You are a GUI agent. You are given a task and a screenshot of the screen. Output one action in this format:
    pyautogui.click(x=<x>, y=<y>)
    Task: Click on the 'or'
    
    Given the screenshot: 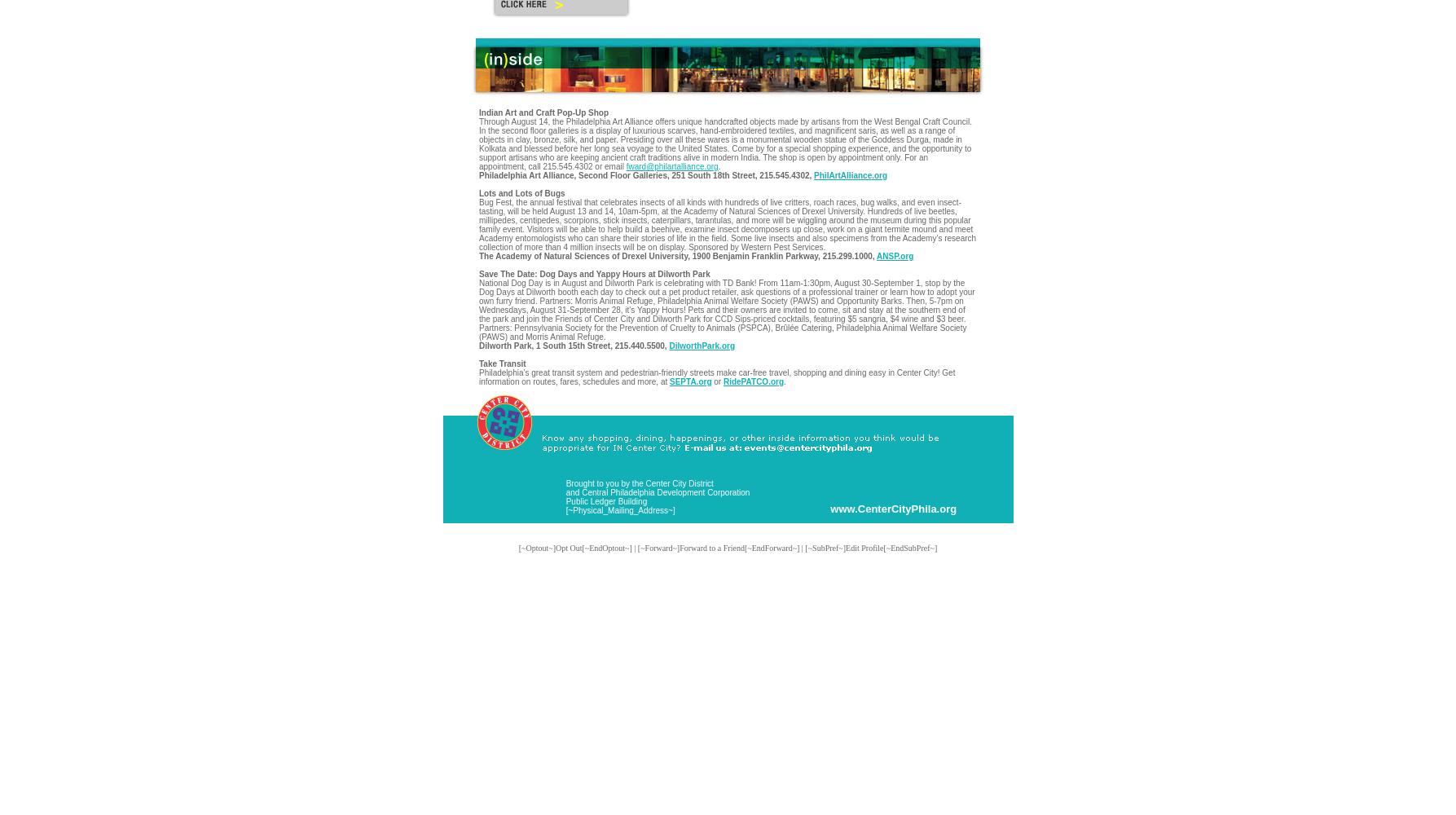 What is the action you would take?
    pyautogui.click(x=716, y=381)
    